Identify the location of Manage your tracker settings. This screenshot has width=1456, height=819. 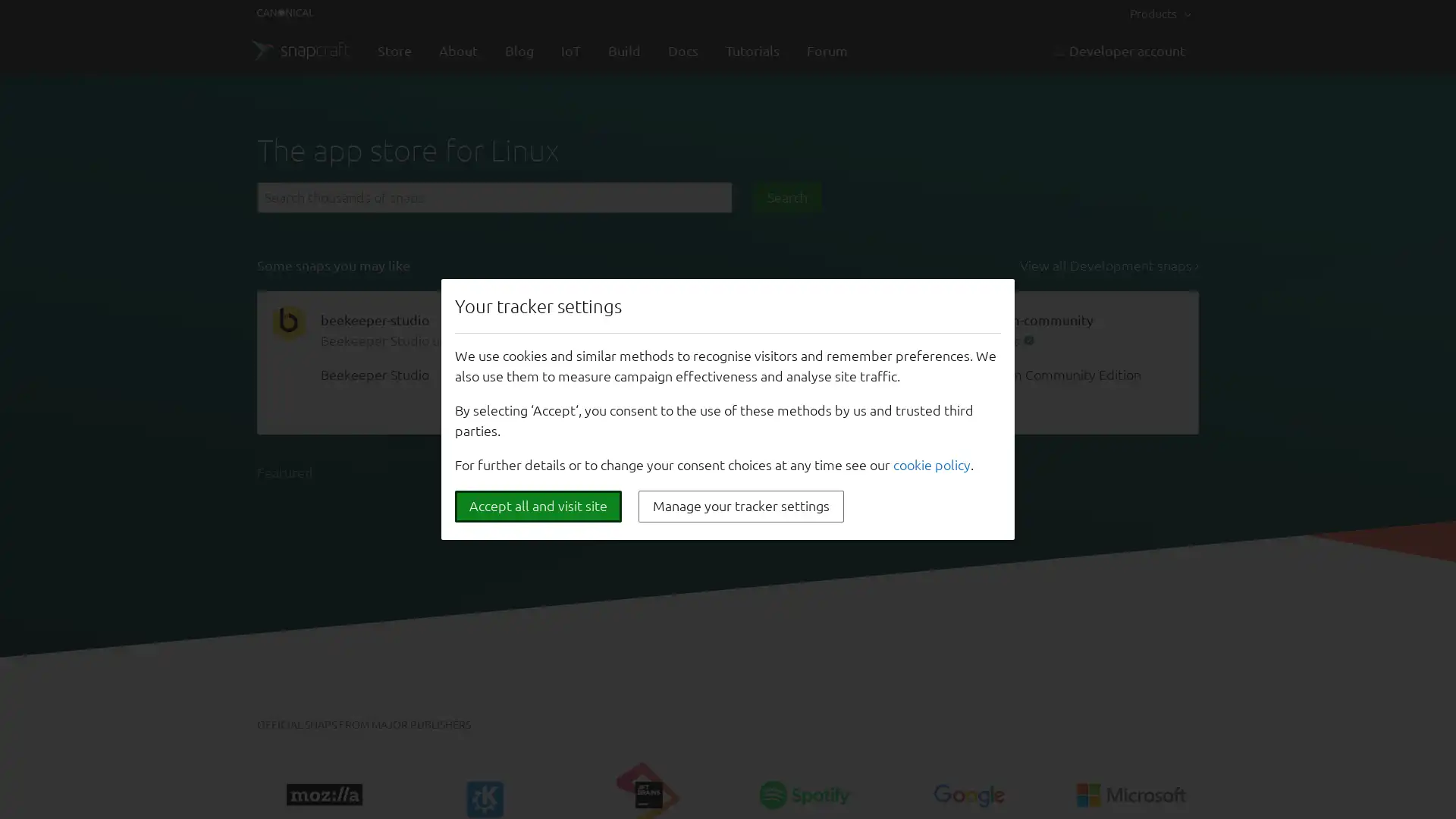
(741, 506).